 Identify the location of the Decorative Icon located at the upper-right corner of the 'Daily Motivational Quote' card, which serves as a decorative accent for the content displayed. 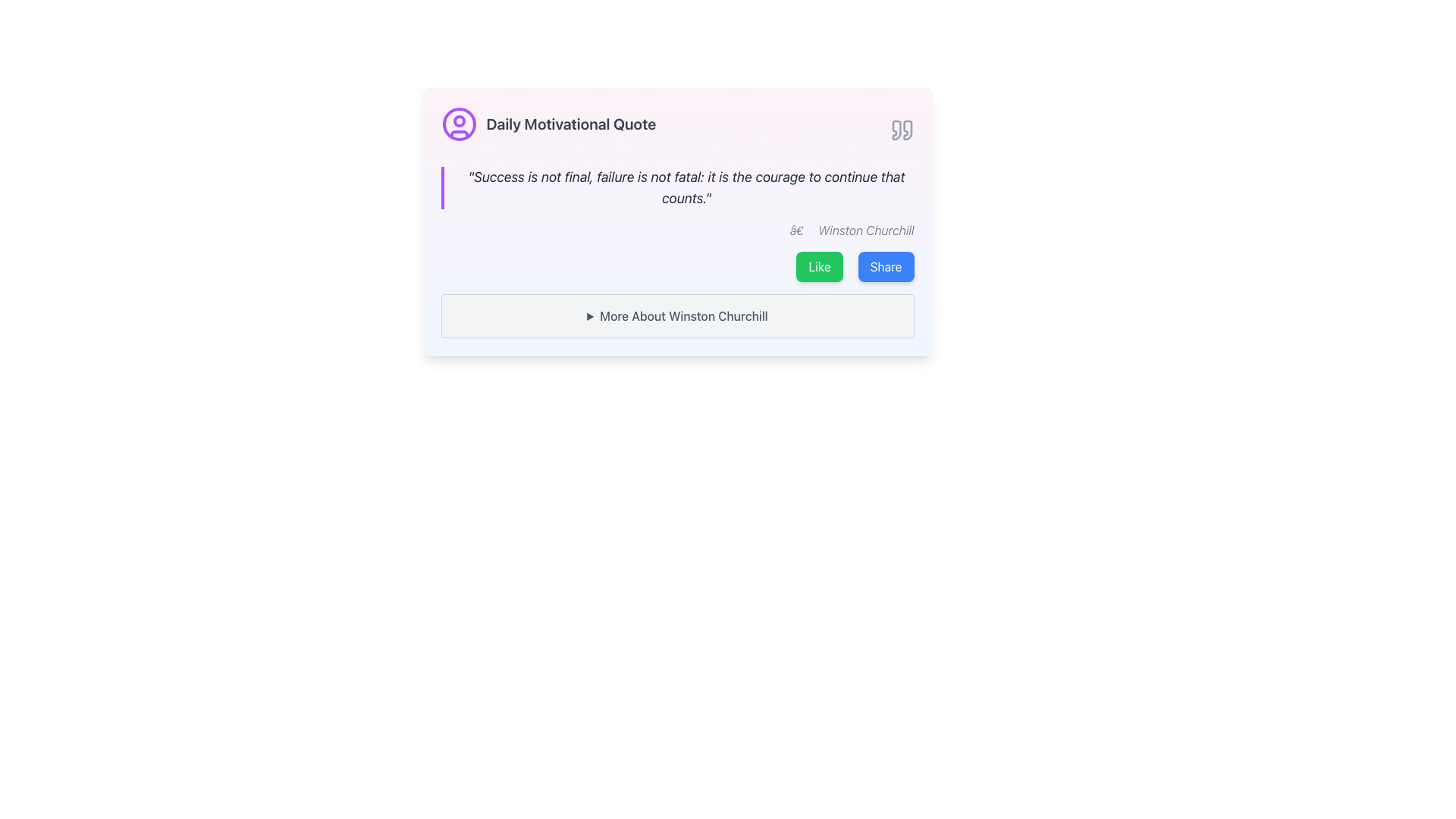
(902, 130).